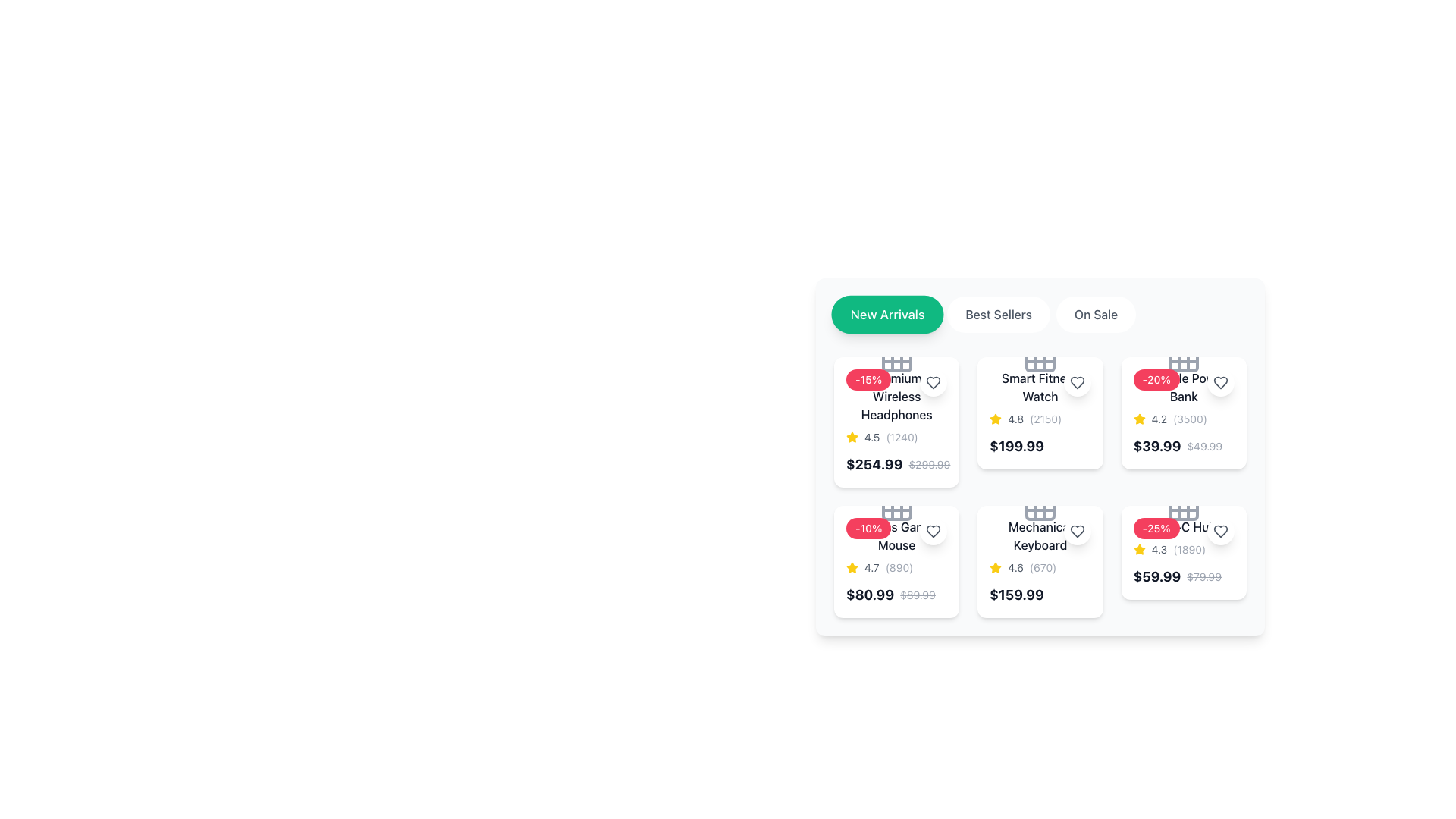  What do you see at coordinates (1177, 446) in the screenshot?
I see `the text grouping with styled price indicators, which includes the bold price '$39.99' and the strikethrough original price '$49.99', located in the third card of the top row` at bounding box center [1177, 446].